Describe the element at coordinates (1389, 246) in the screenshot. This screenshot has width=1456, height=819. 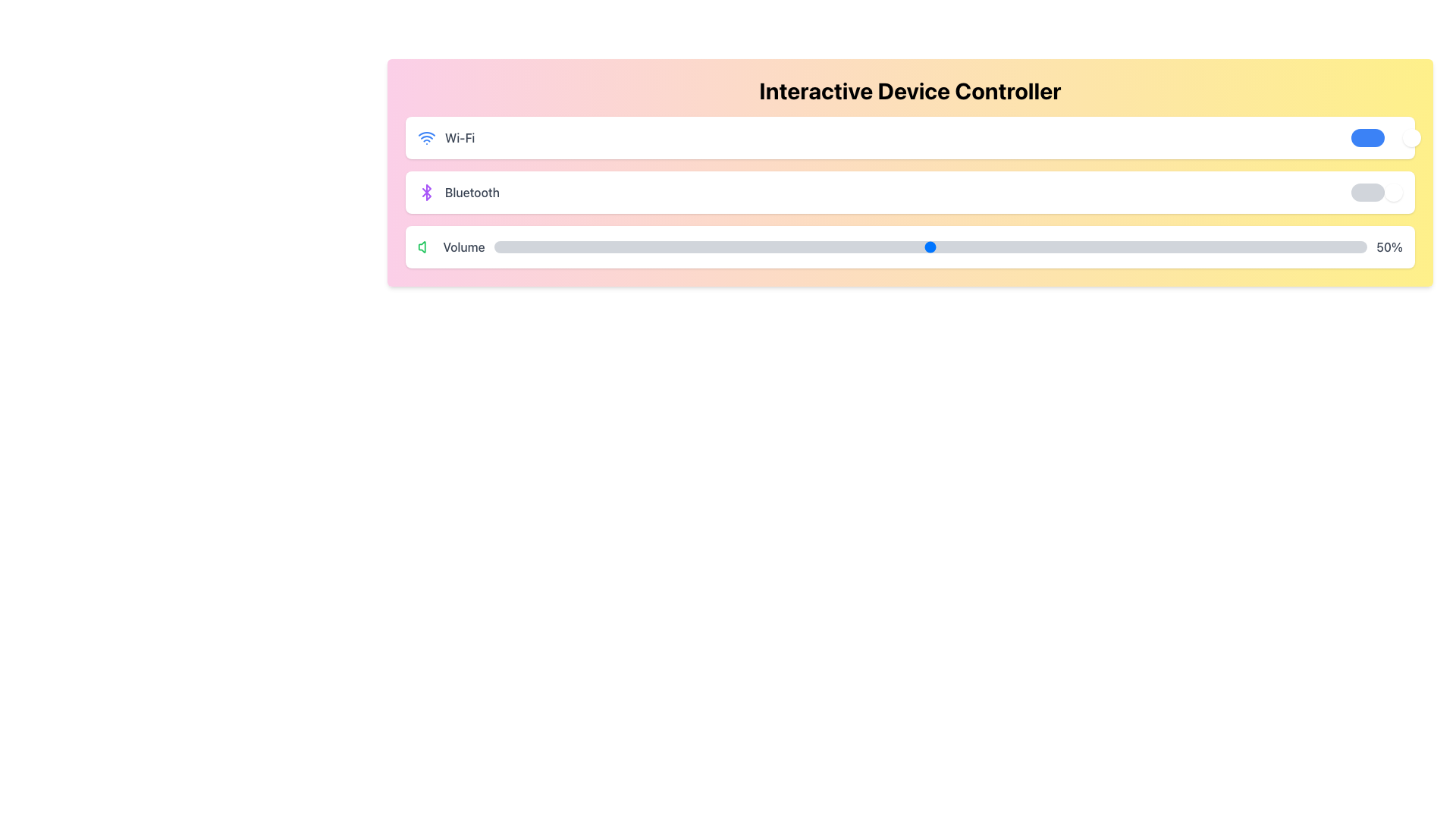
I see `the static label displaying '50%' which is styled in a medium-sized font with gray text color, positioned to the far right of a volume slider` at that location.